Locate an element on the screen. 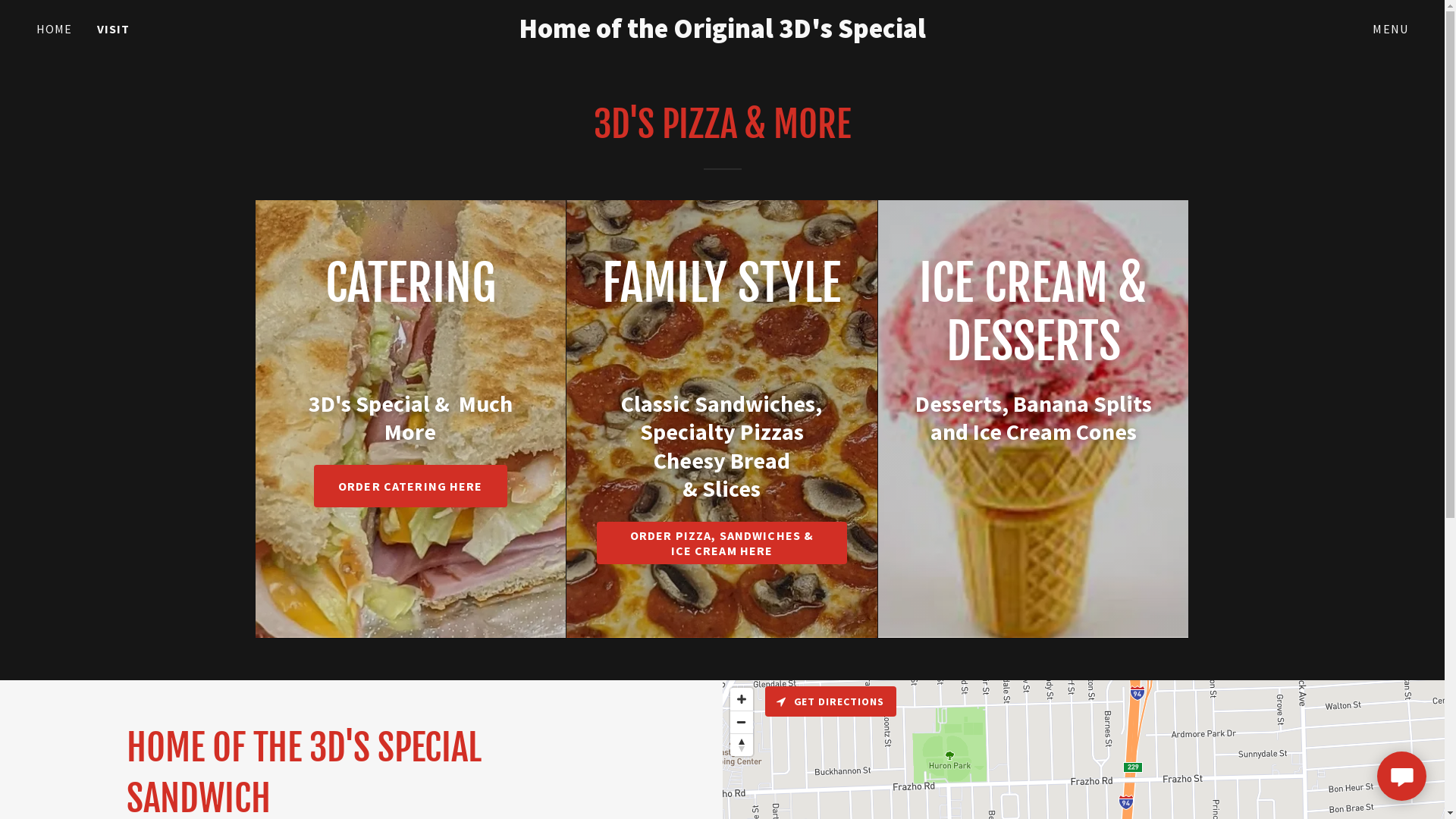 The image size is (1456, 819). 'VISIT' is located at coordinates (112, 29).